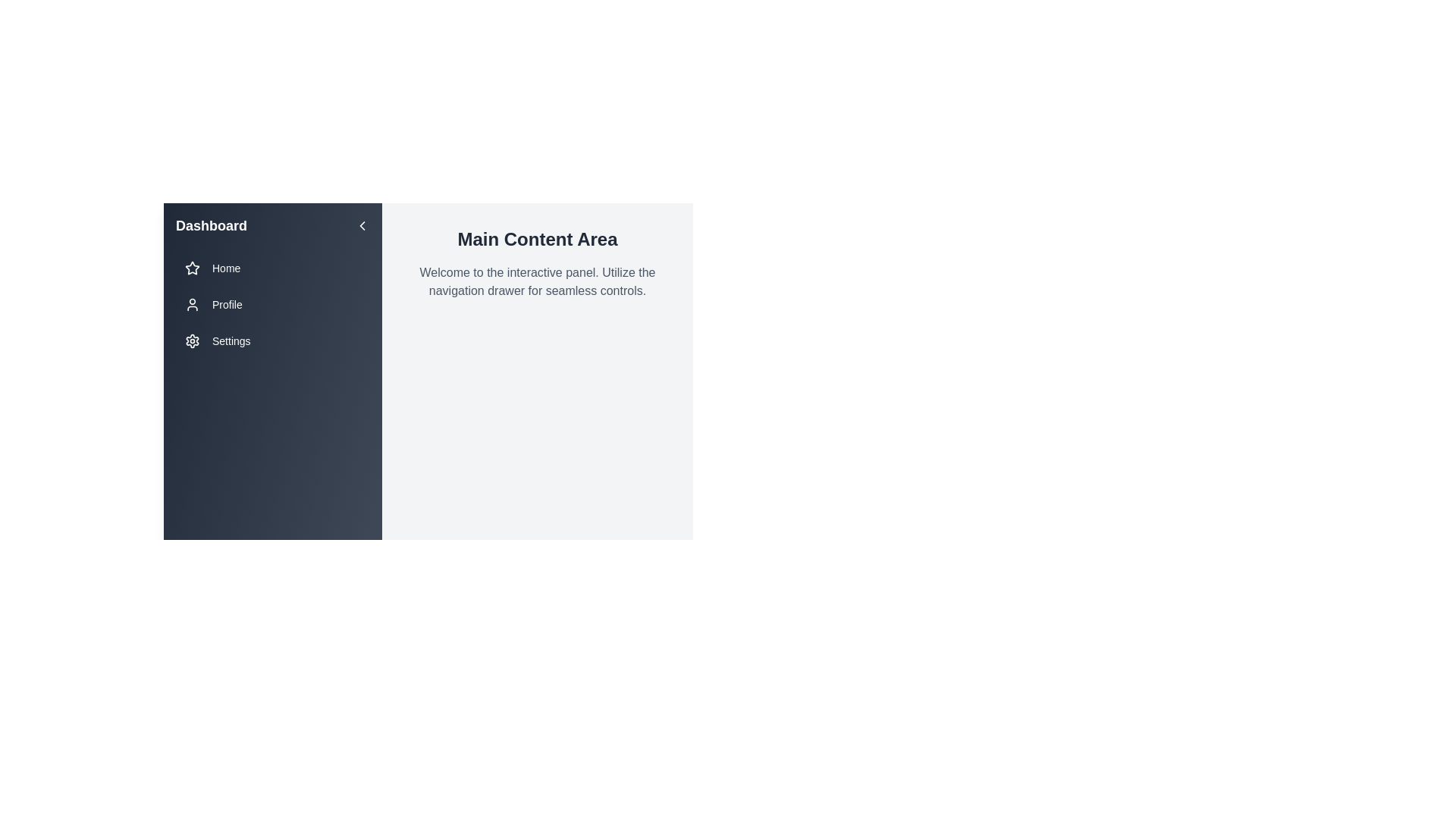 The width and height of the screenshot is (1456, 819). I want to click on the 'Home' icon located in the left-side navigation menu, which is the first icon in the list and enhances navigational clarity, so click(192, 268).